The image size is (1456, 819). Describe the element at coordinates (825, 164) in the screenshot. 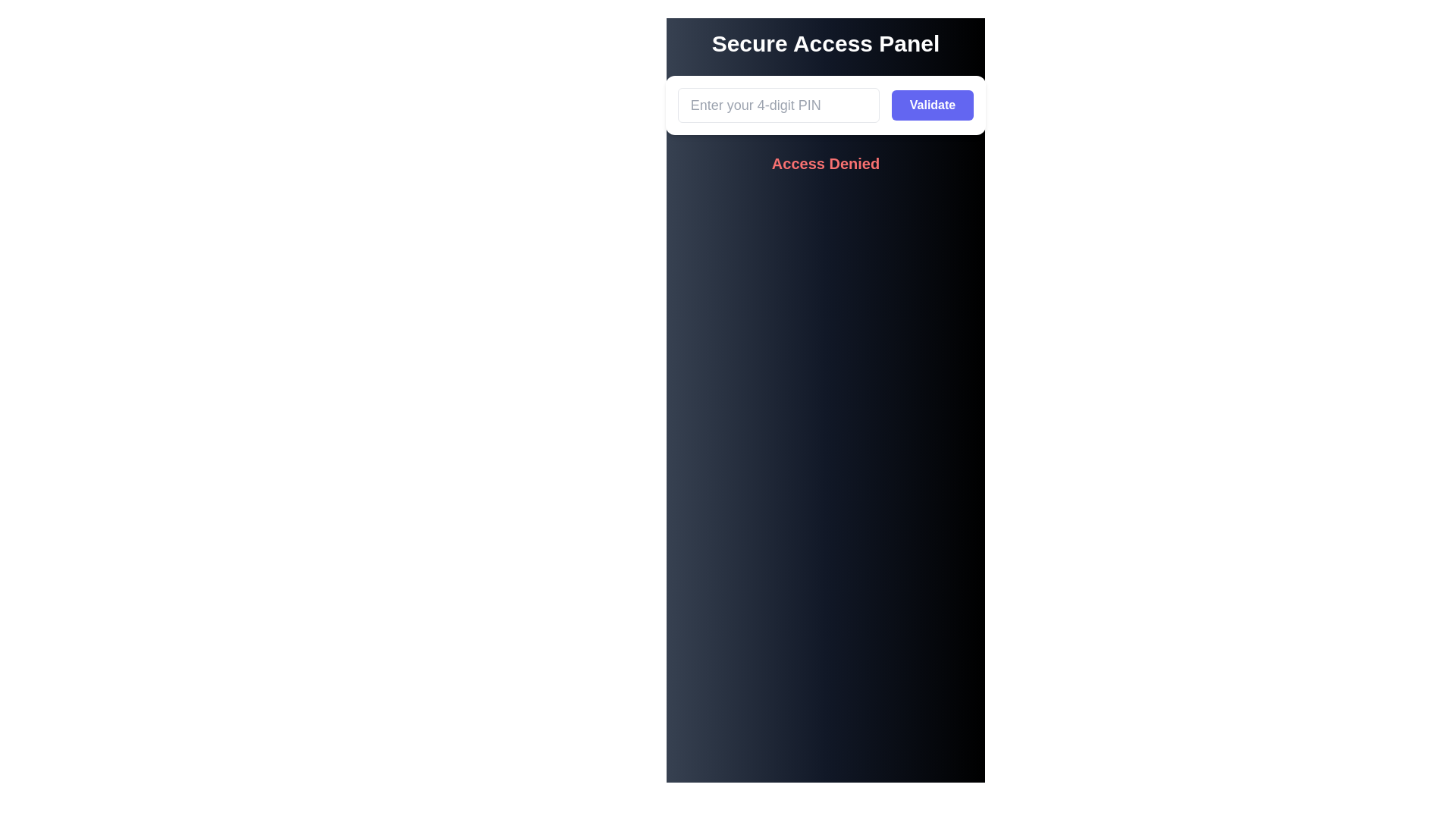

I see `the 'Access Denied' text label, which is displayed in bold red font on a dark background, located below the text input field and the 'Validate' button` at that location.